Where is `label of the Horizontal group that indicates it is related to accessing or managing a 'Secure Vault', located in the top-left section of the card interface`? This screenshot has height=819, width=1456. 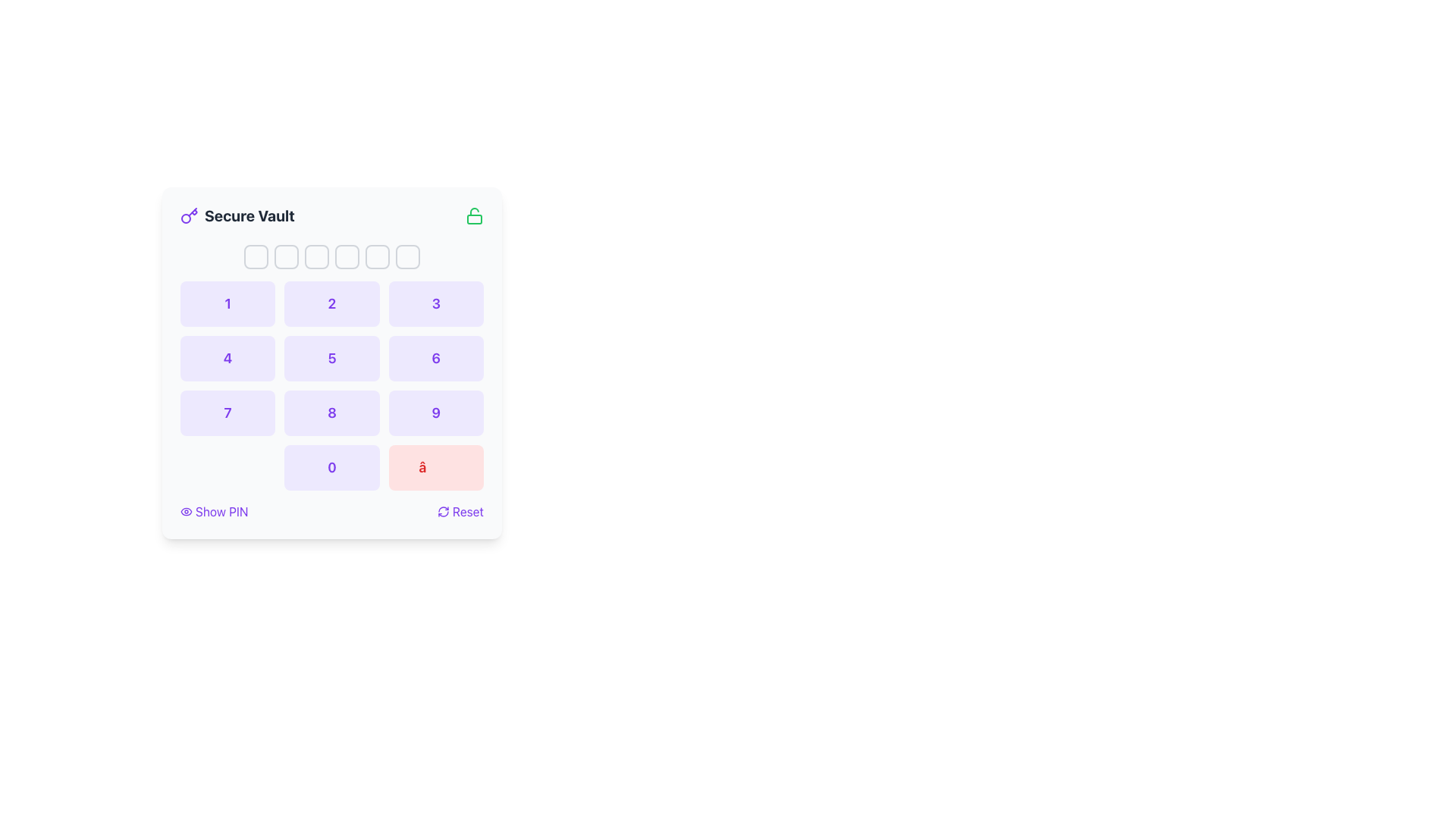 label of the Horizontal group that indicates it is related to accessing or managing a 'Secure Vault', located in the top-left section of the card interface is located at coordinates (237, 216).